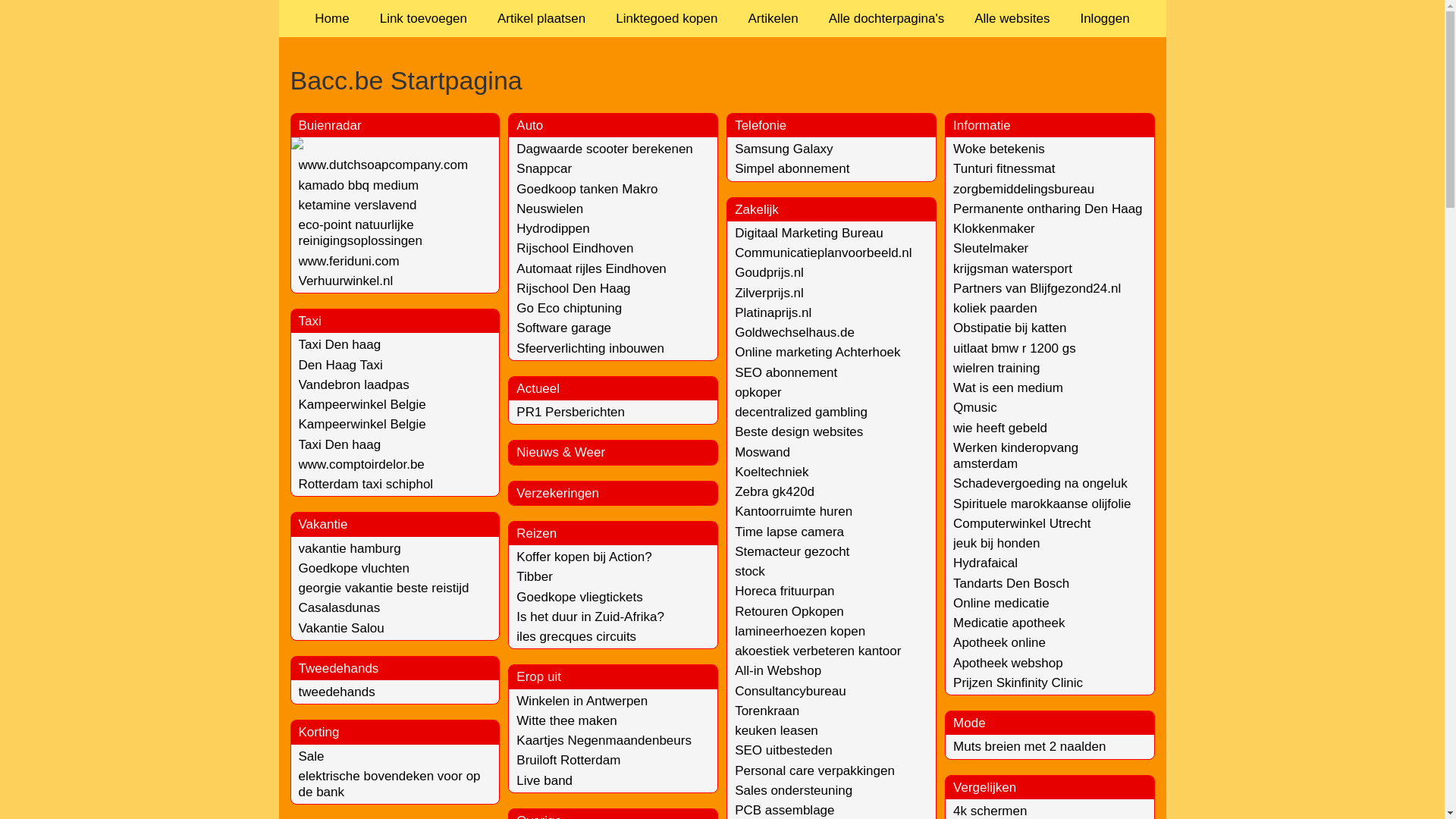  Describe the element at coordinates (735, 691) in the screenshot. I see `'Consultancybureau'` at that location.